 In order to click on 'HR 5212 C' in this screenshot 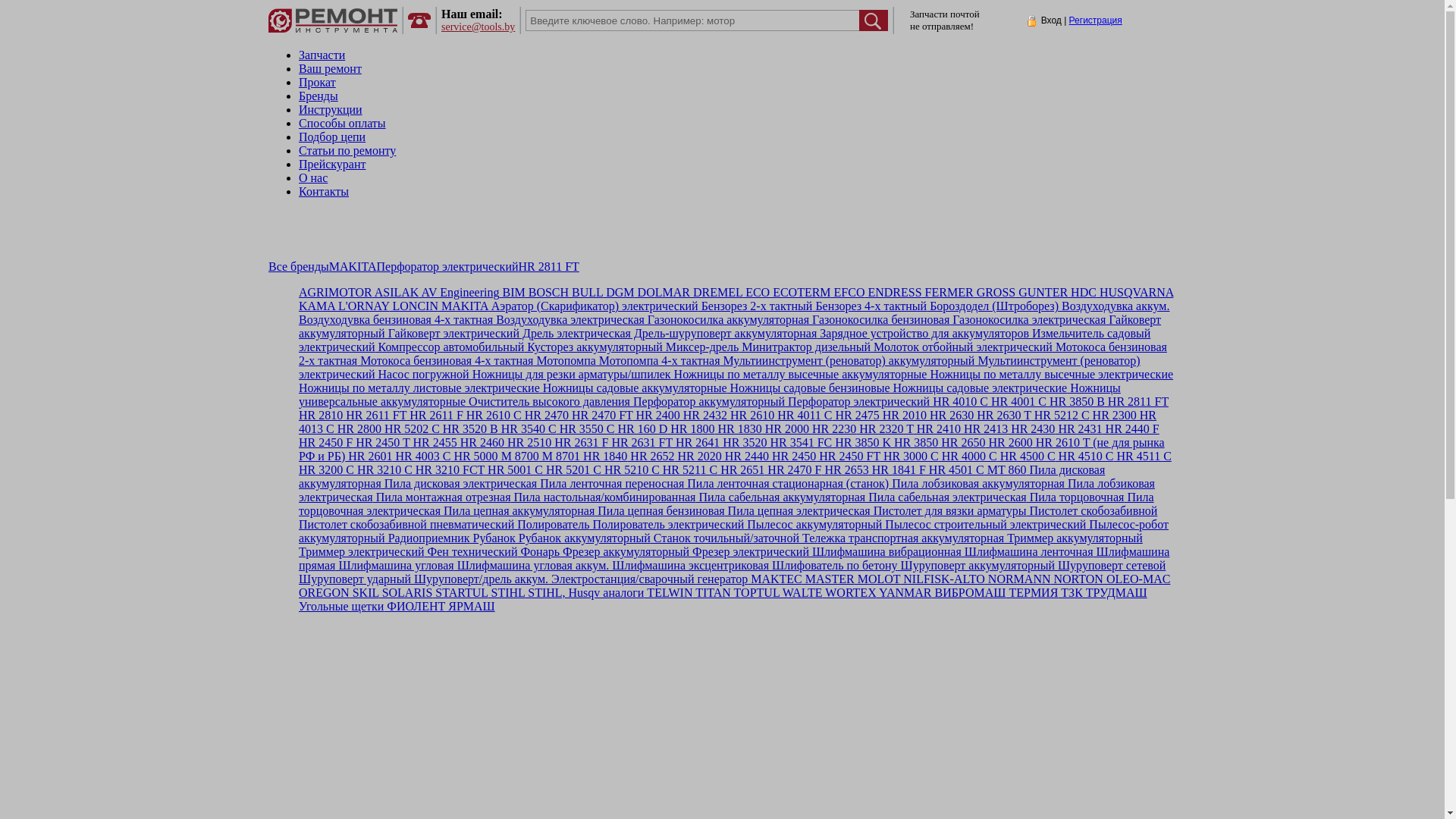, I will do `click(1059, 415)`.